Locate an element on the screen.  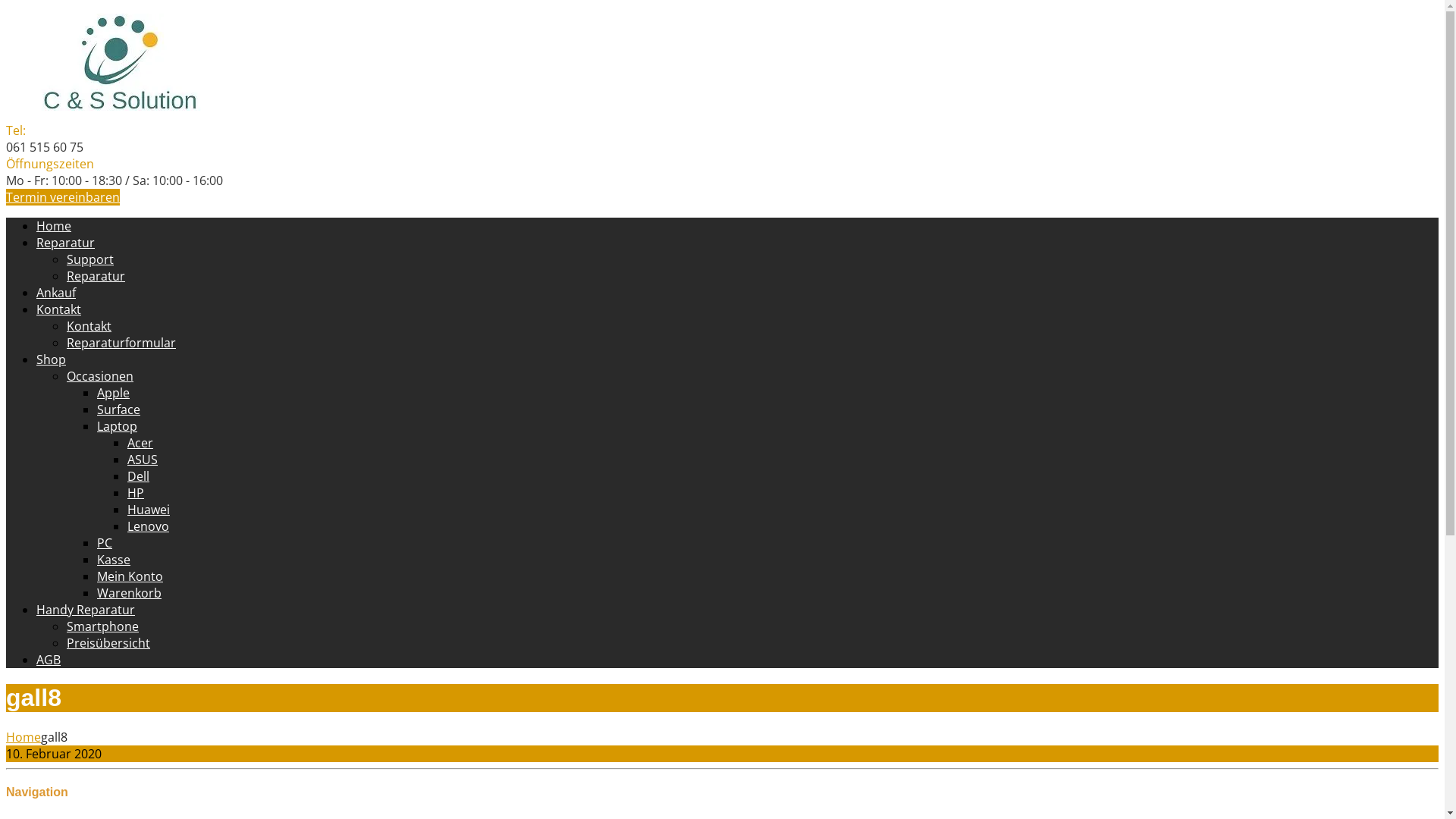
'Kasse' is located at coordinates (112, 559).